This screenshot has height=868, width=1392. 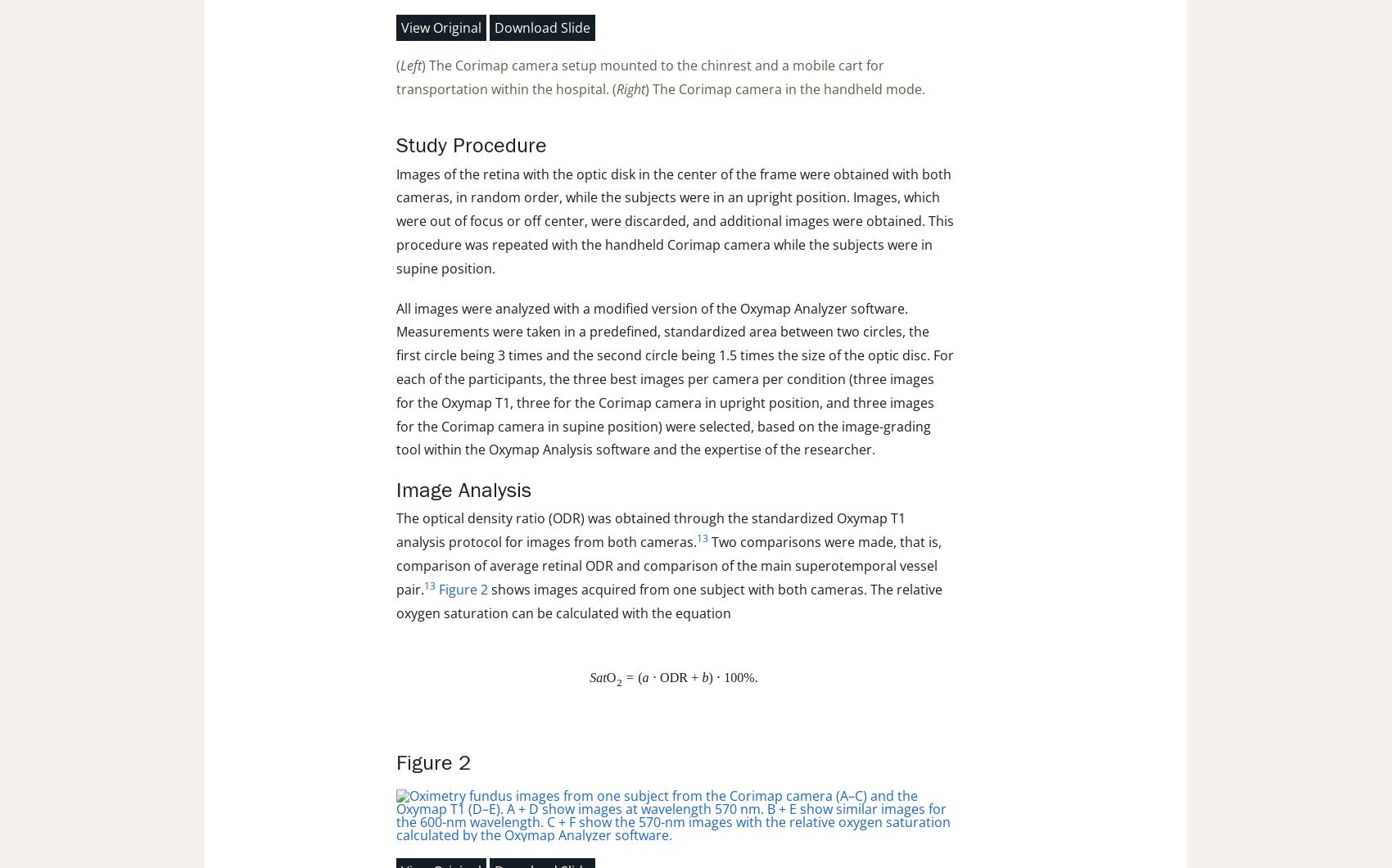 I want to click on 'Study Procedure', so click(x=470, y=144).